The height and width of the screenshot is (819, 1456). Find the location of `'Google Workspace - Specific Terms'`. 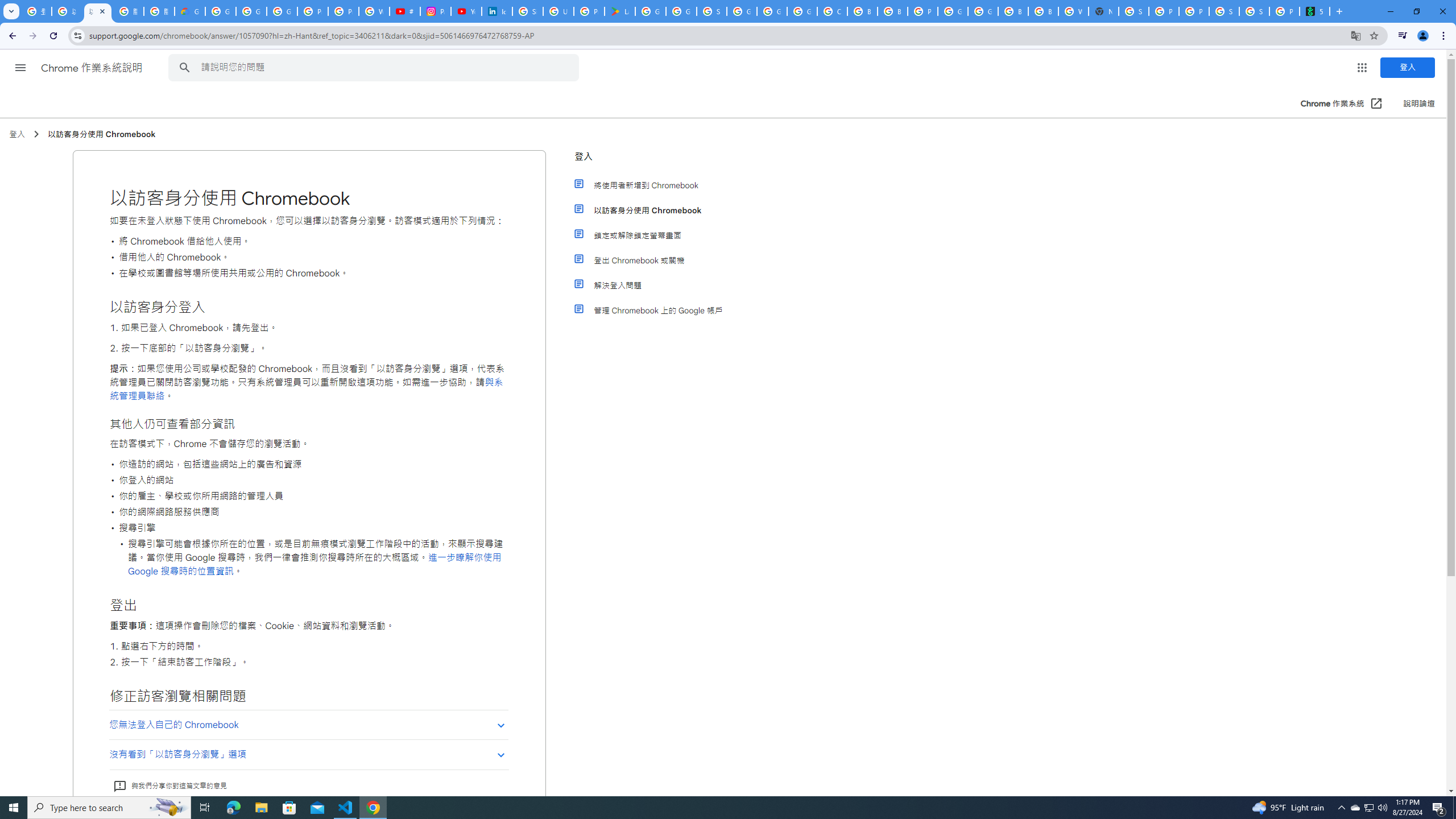

'Google Workspace - Specific Terms' is located at coordinates (681, 11).